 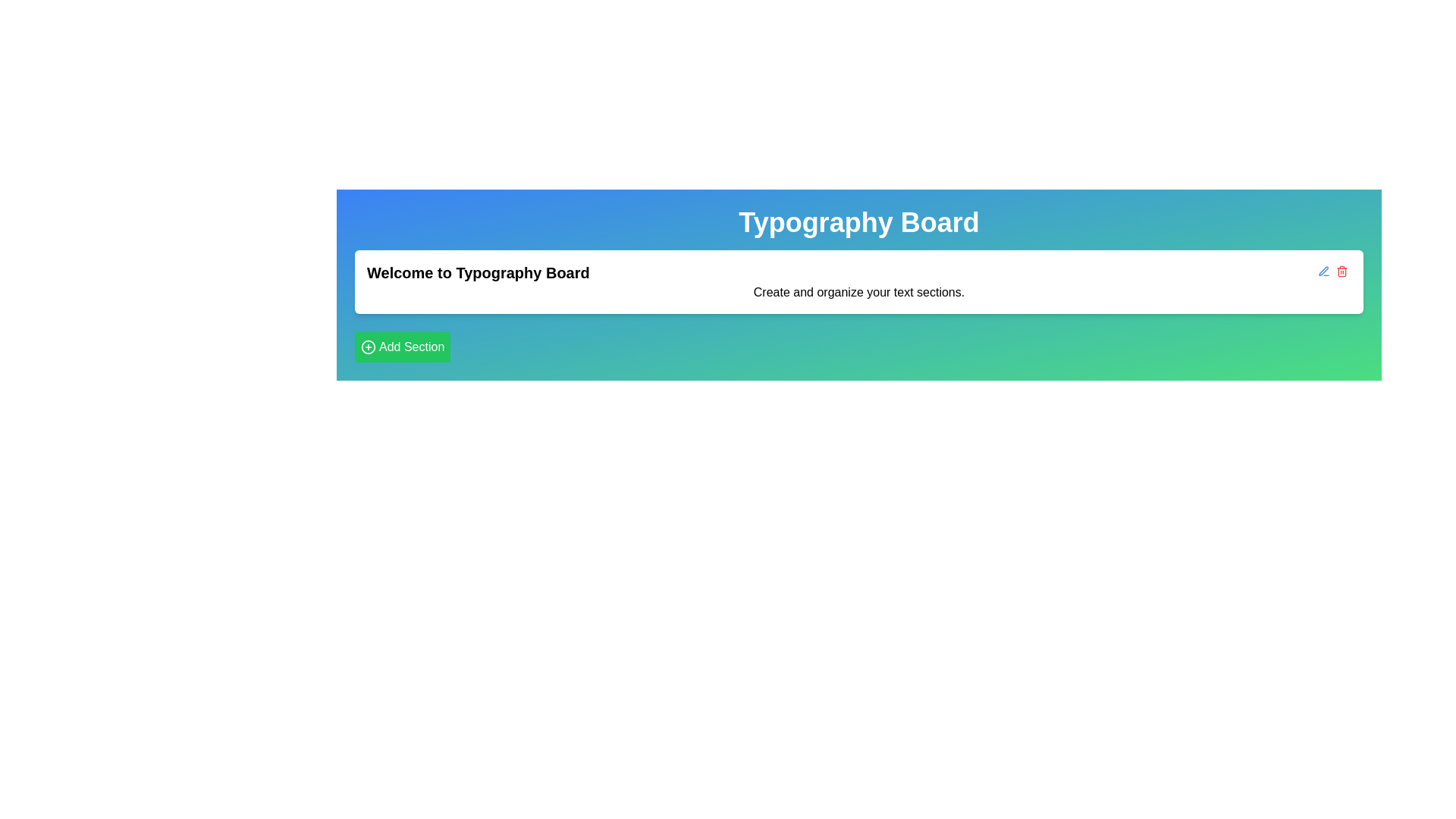 What do you see at coordinates (403, 347) in the screenshot?
I see `the green 'Add Section' button located at the bottom left corner of the 'Typography Board' card` at bounding box center [403, 347].